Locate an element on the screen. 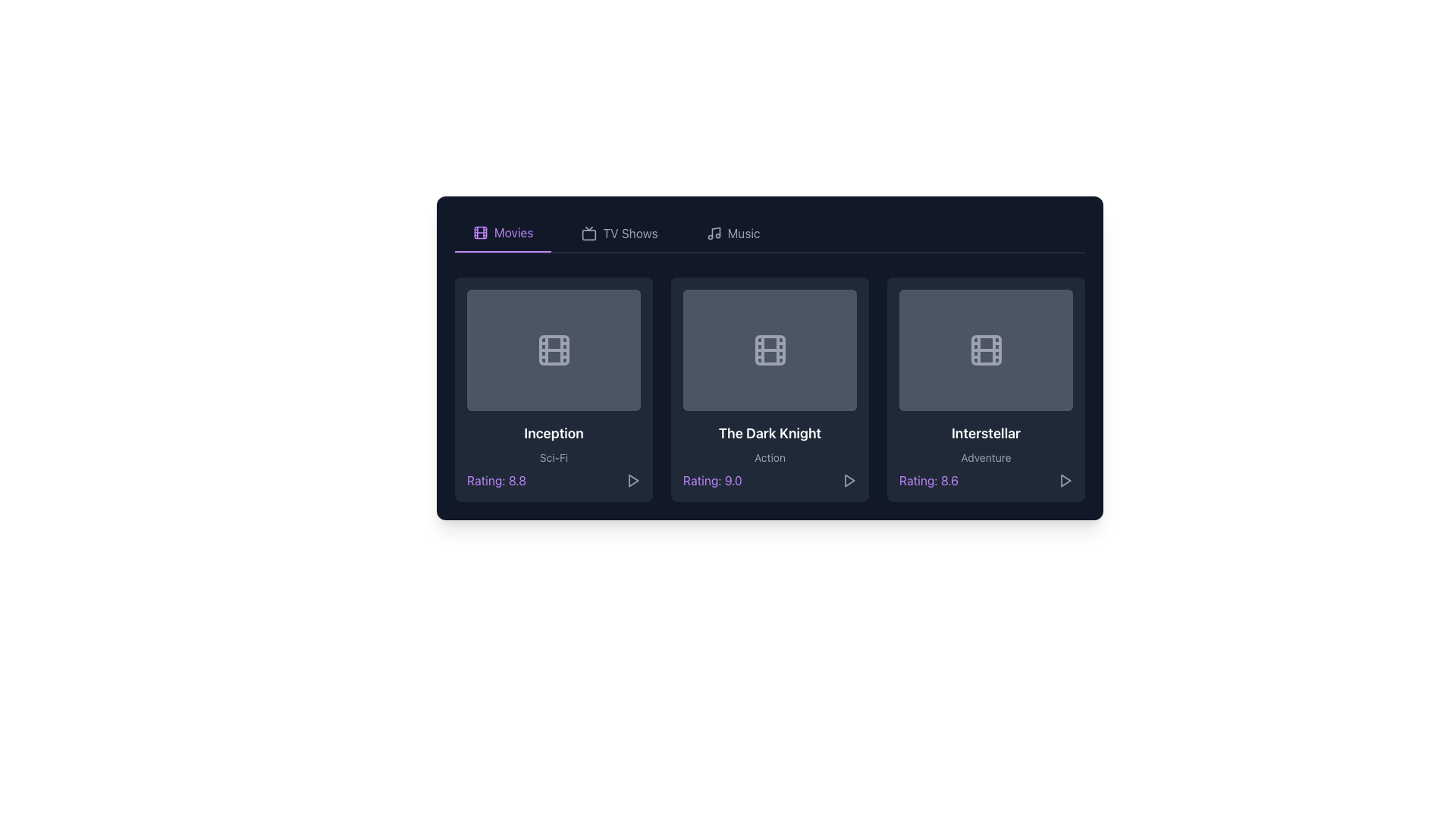  the leftmost Navigation tab in the horizontal navigation bar is located at coordinates (503, 234).